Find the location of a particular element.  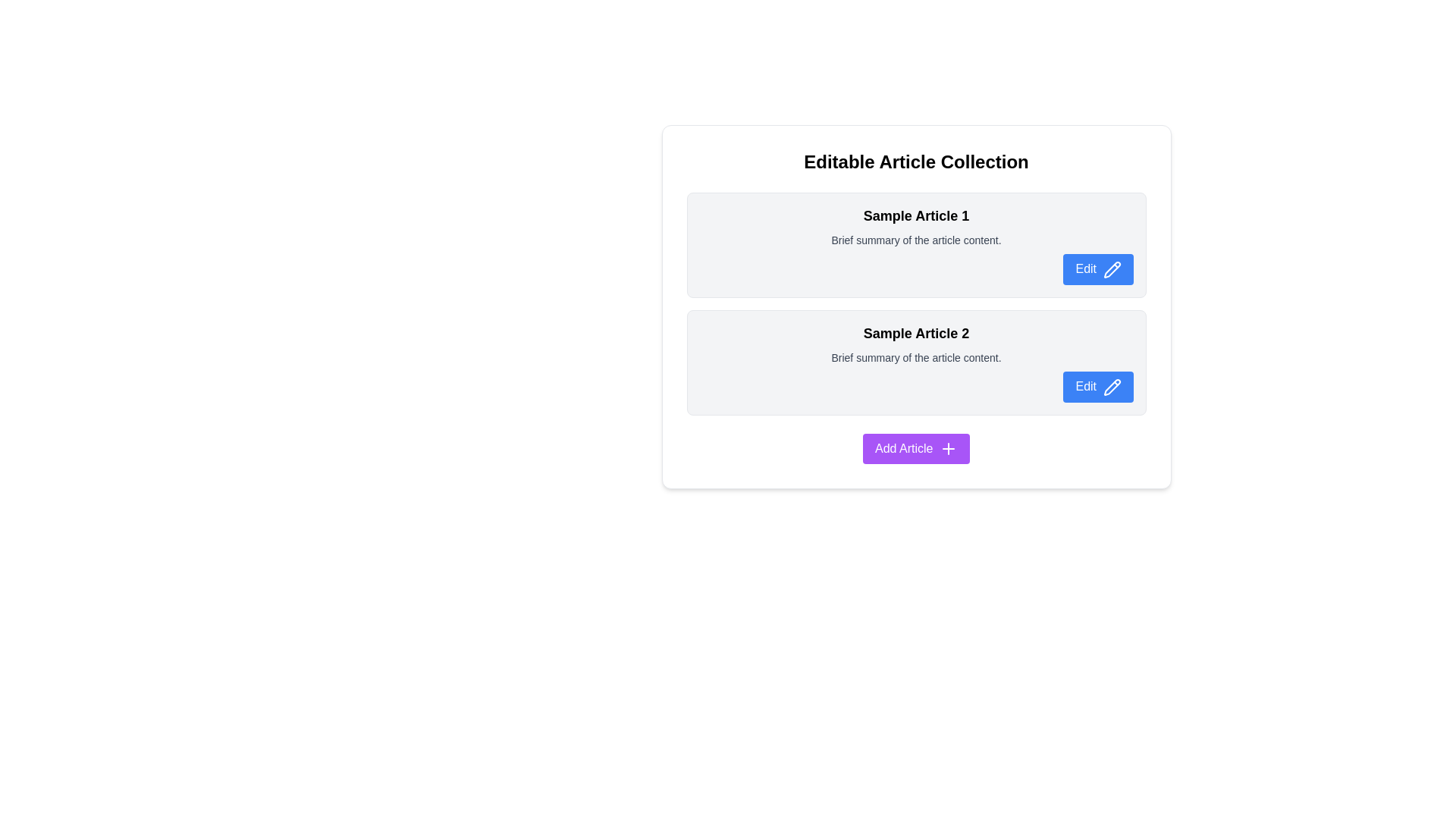

the title of the first article in the list, which serves as the main header for the content is located at coordinates (915, 216).